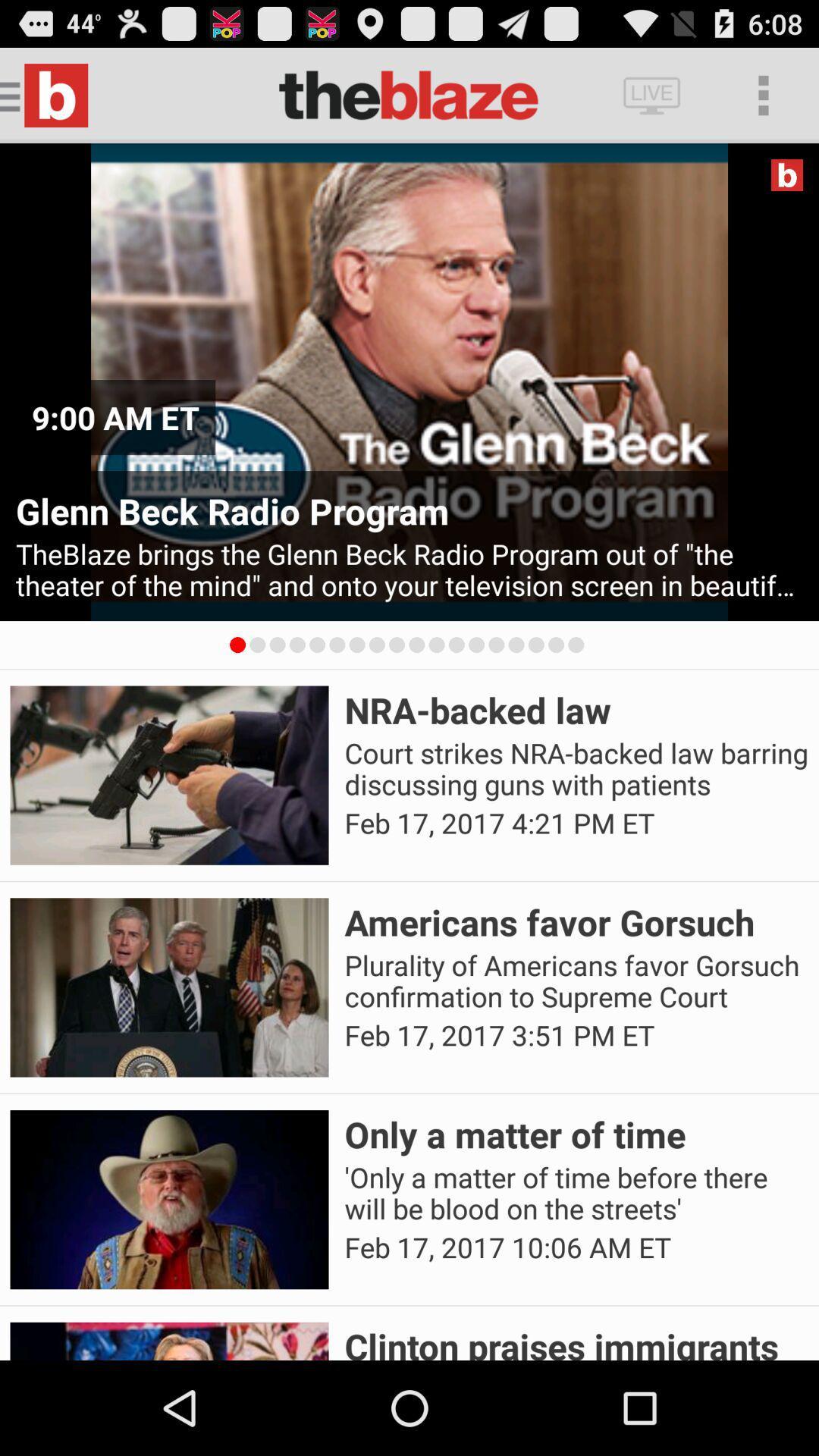 The width and height of the screenshot is (819, 1456). Describe the element at coordinates (409, 569) in the screenshot. I see `the theblaze brings the` at that location.